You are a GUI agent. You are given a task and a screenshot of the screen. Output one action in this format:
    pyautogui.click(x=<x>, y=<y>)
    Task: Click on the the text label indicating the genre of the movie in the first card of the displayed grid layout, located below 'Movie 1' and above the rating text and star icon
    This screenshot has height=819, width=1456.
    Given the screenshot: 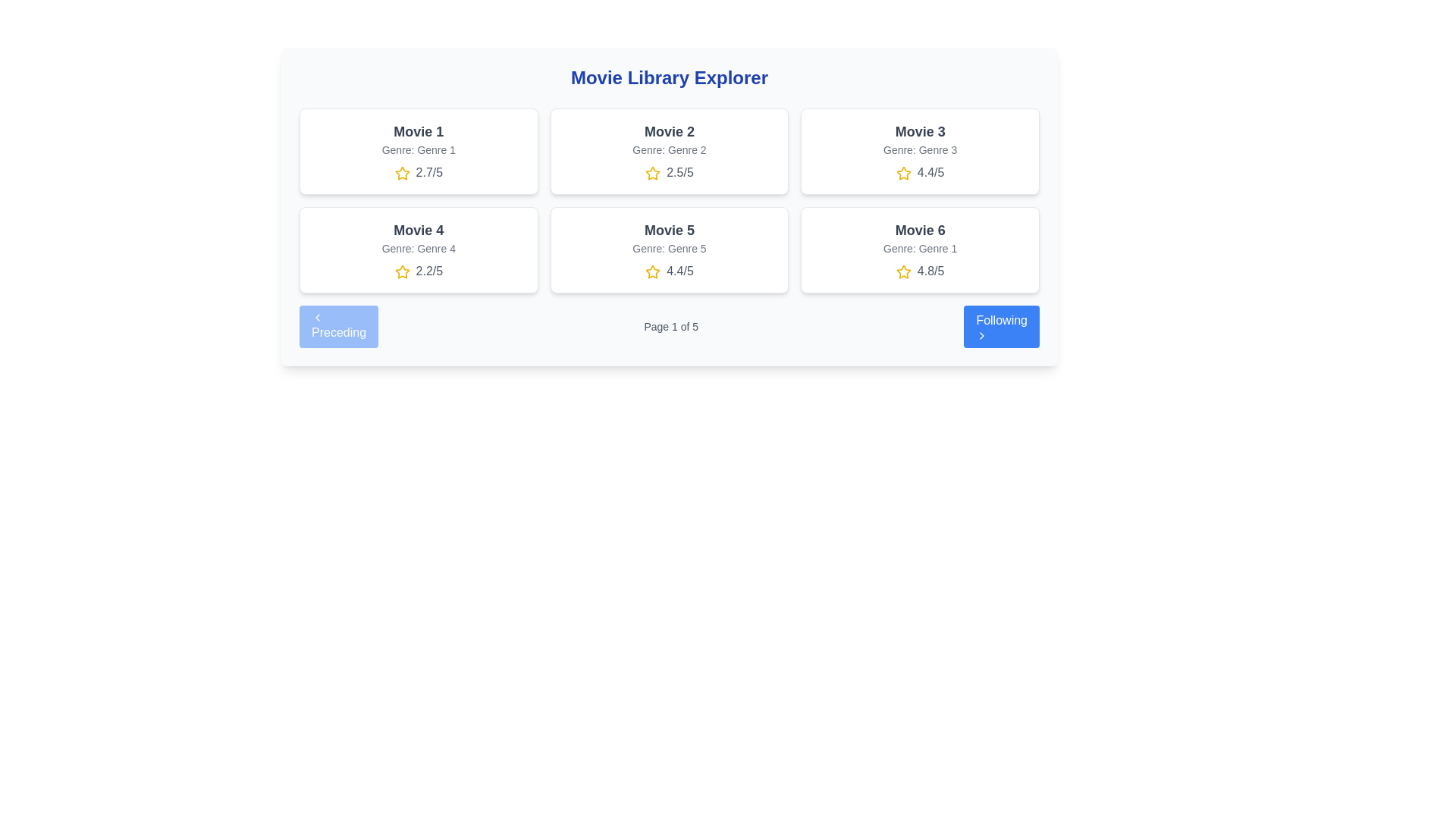 What is the action you would take?
    pyautogui.click(x=419, y=149)
    